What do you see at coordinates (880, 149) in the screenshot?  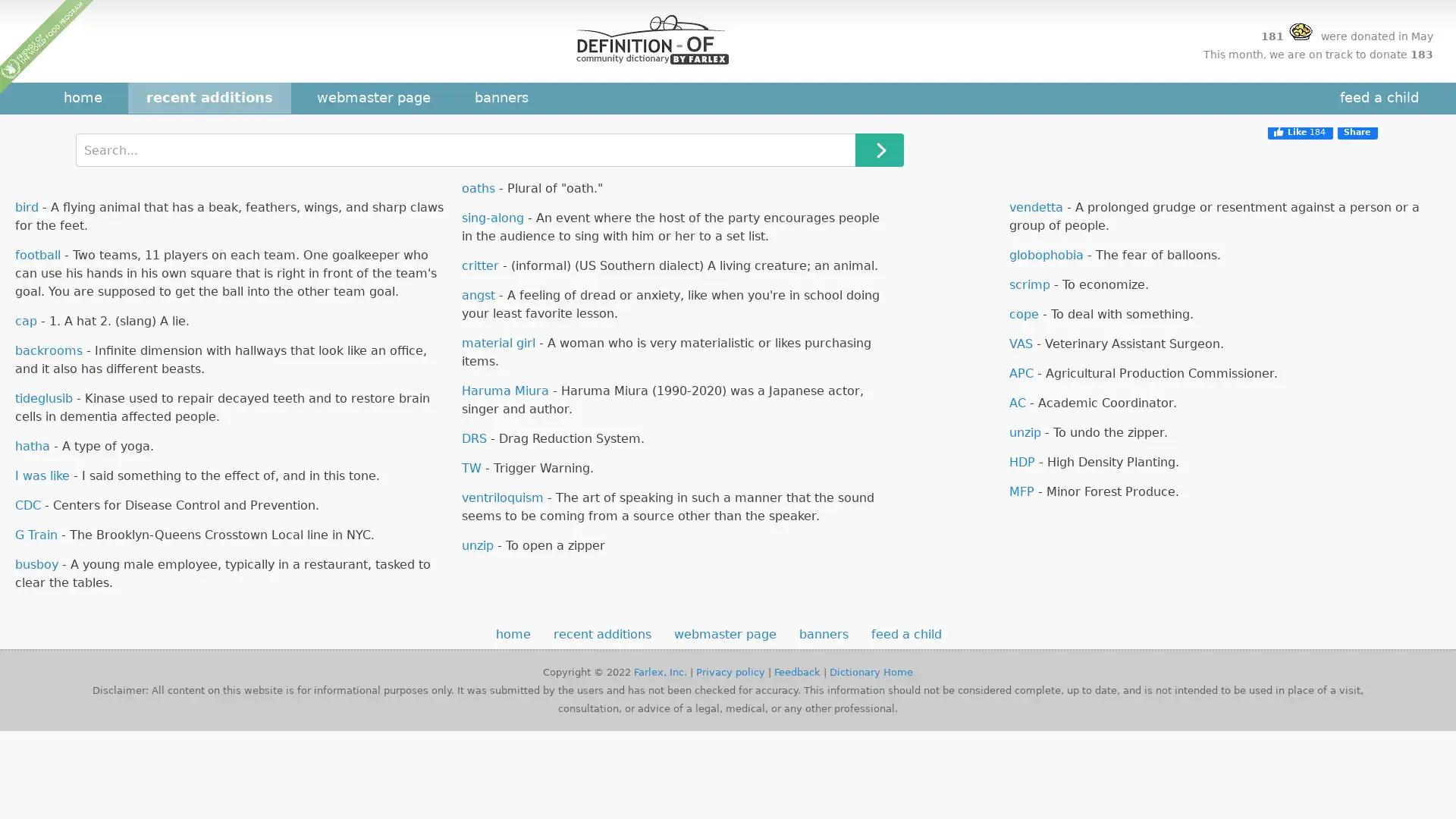 I see `Search` at bounding box center [880, 149].